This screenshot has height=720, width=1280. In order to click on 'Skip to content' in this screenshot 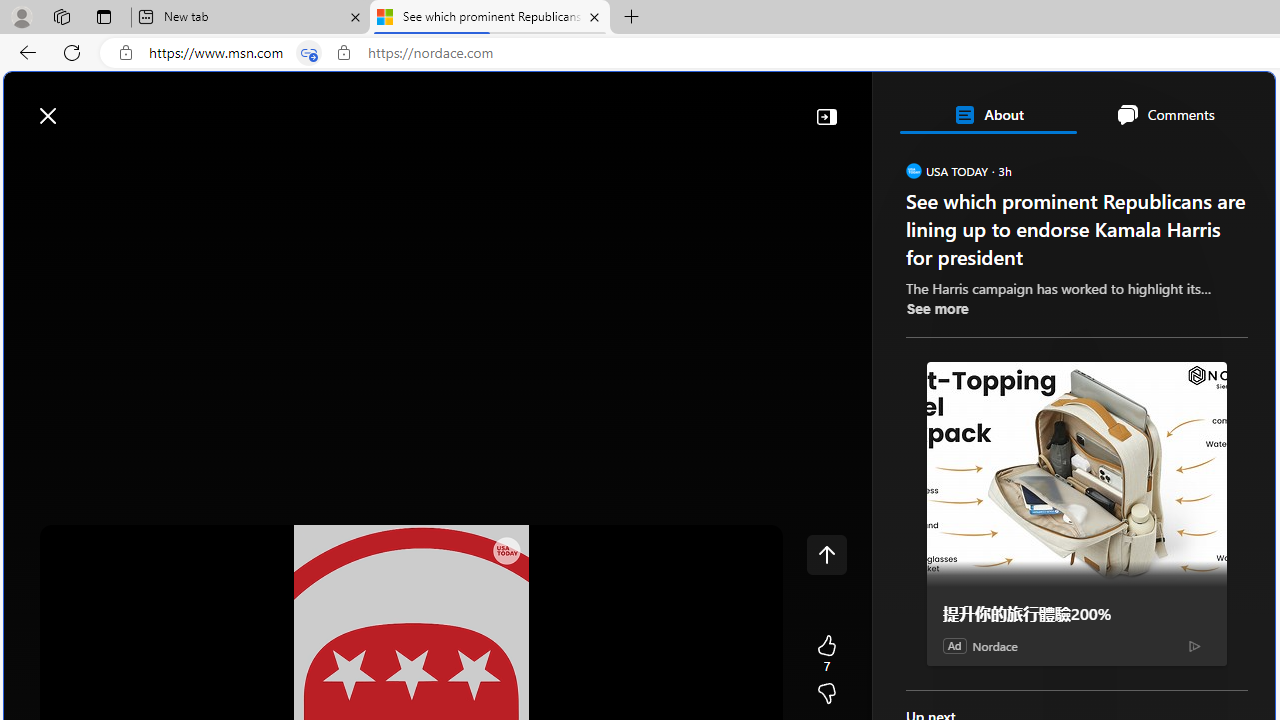, I will do `click(86, 105)`.